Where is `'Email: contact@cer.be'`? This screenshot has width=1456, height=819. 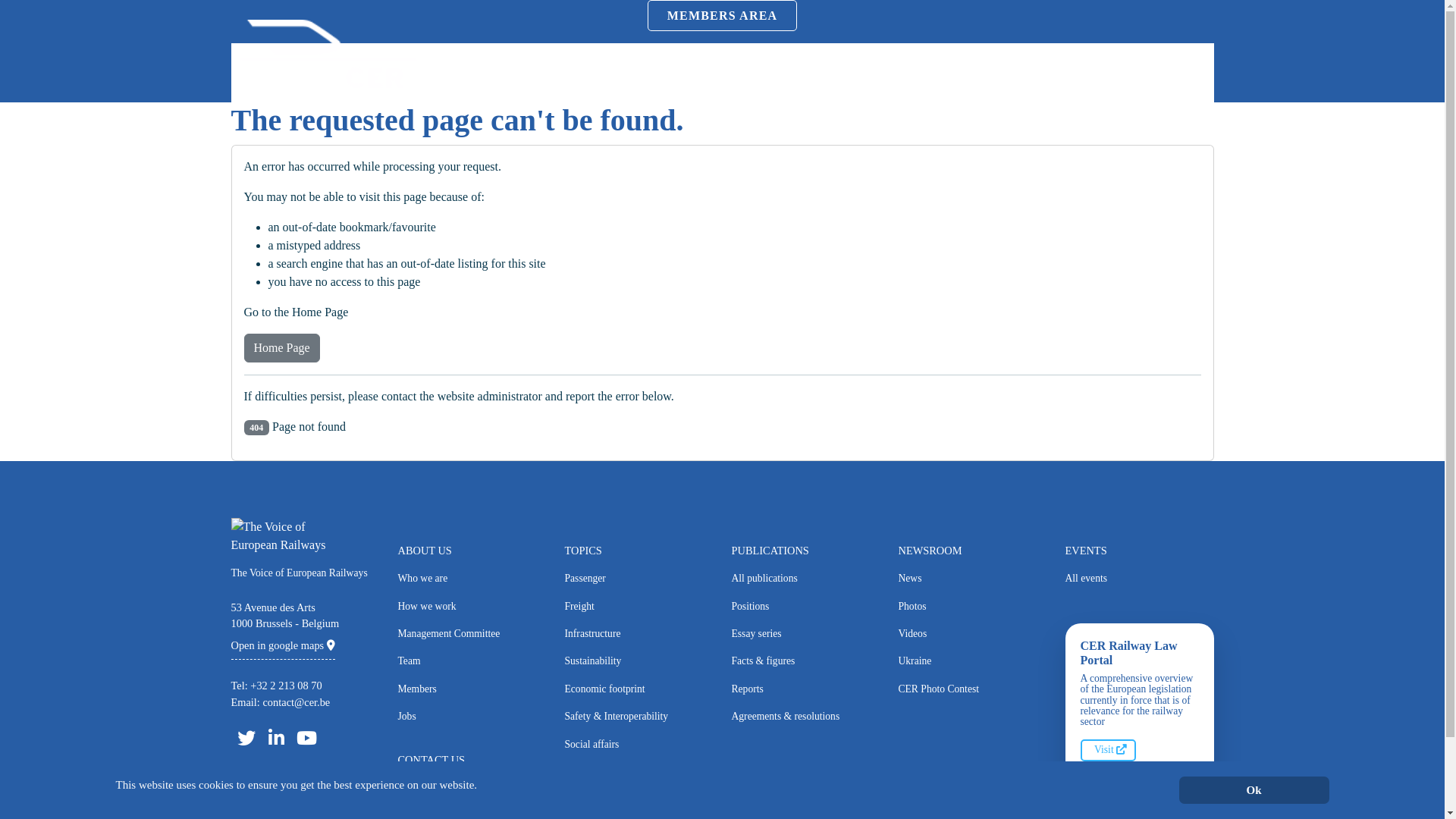 'Email: contact@cer.be' is located at coordinates (229, 701).